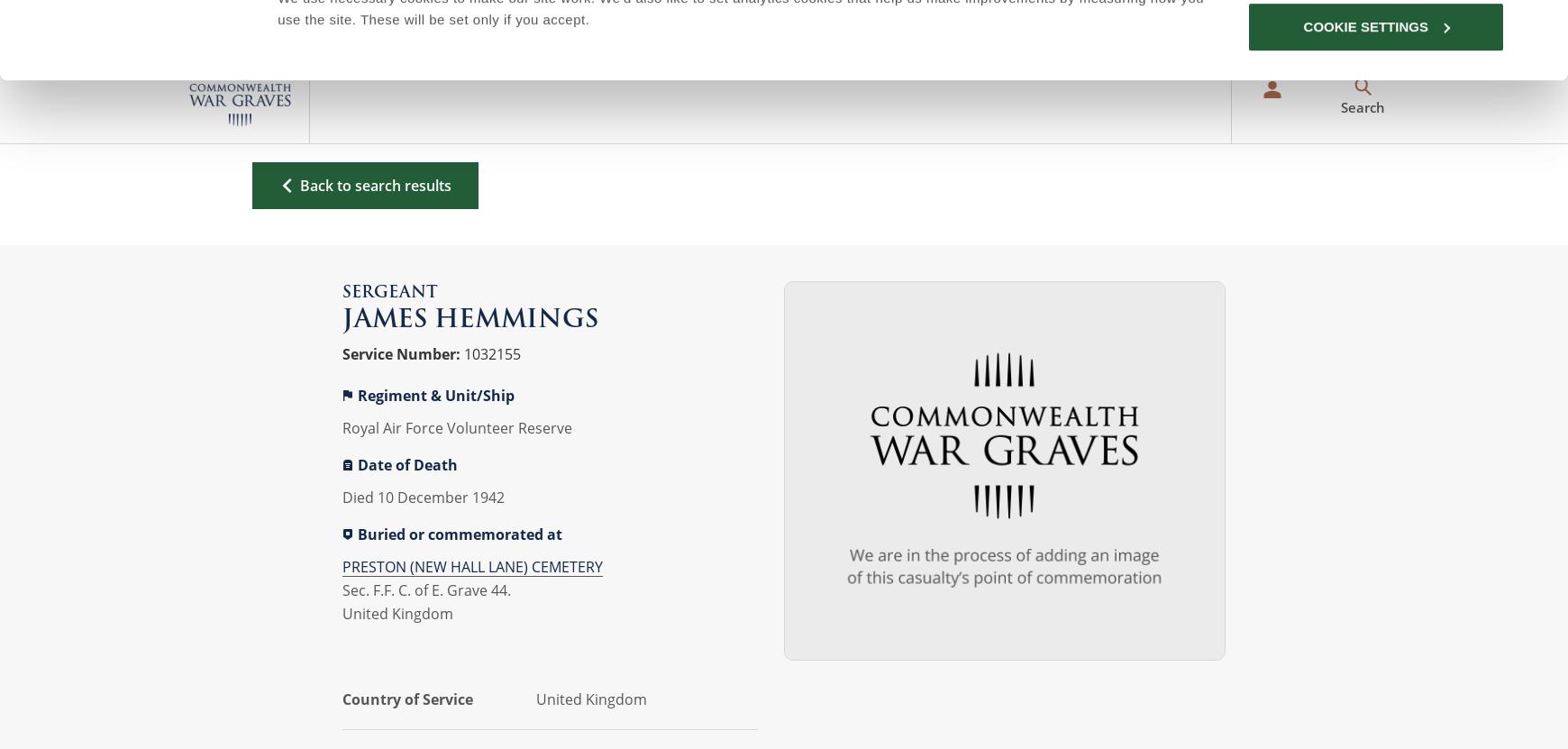 Image resolution: width=1568 pixels, height=749 pixels. What do you see at coordinates (435, 395) in the screenshot?
I see `'Regiment & Unit/Ship'` at bounding box center [435, 395].